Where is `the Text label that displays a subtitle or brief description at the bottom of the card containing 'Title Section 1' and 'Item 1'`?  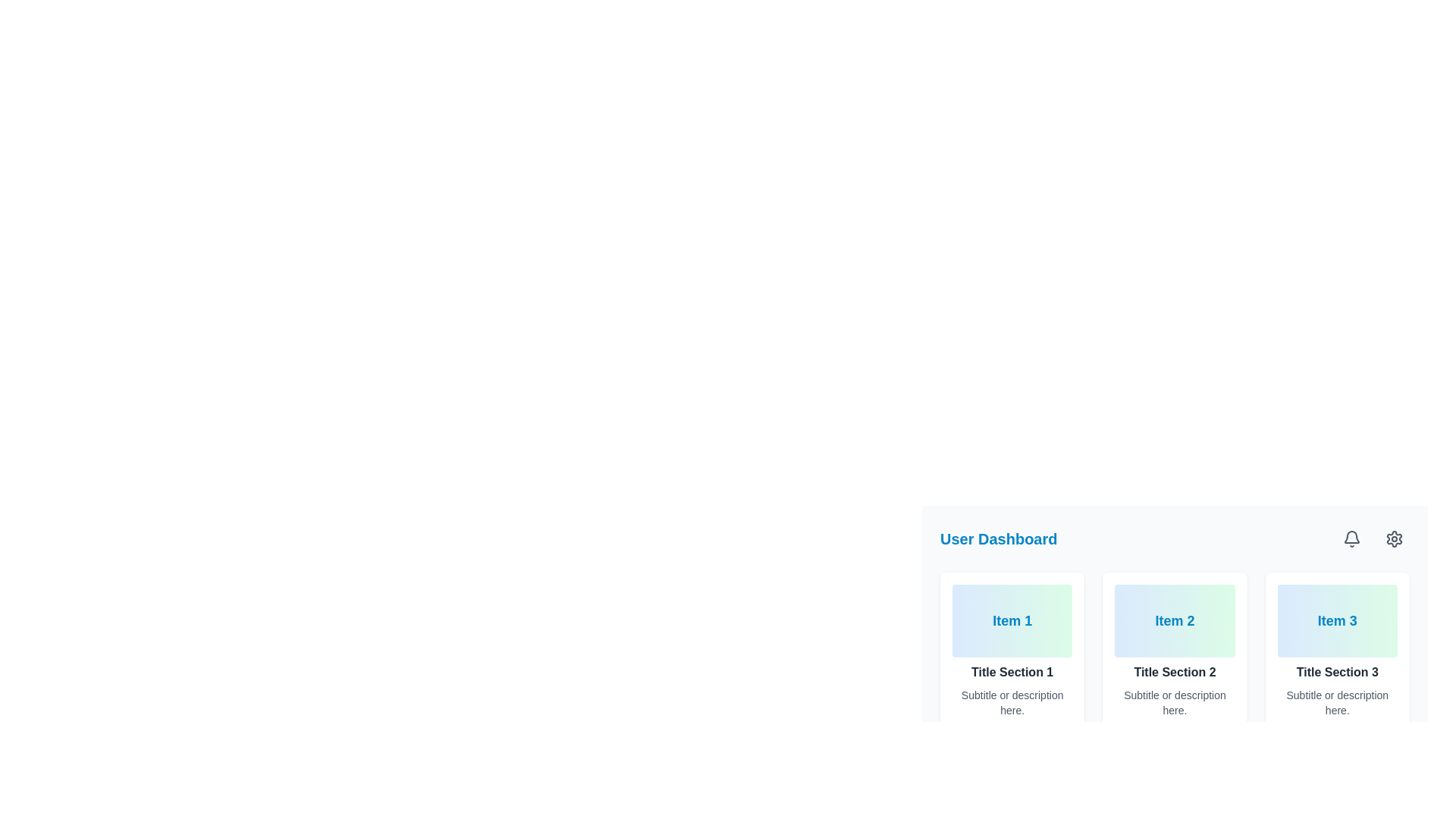 the Text label that displays a subtitle or brief description at the bottom of the card containing 'Title Section 1' and 'Item 1' is located at coordinates (1012, 702).